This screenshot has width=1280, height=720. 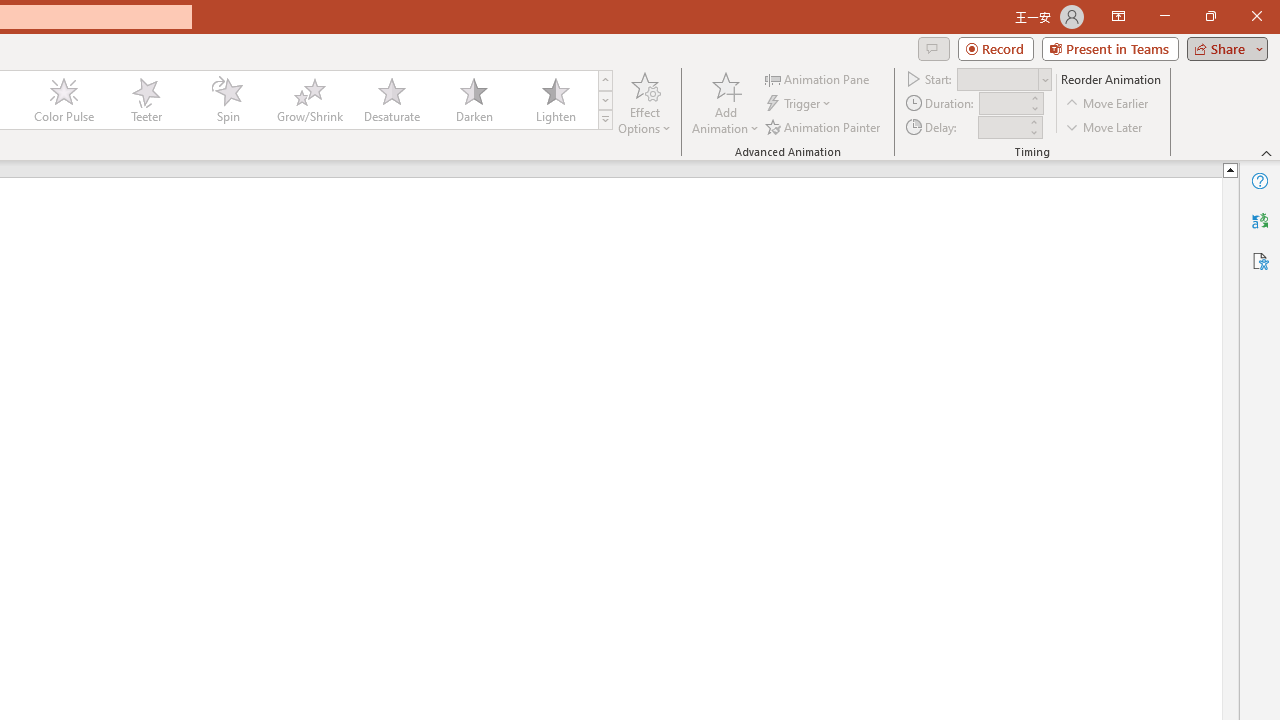 What do you see at coordinates (645, 103) in the screenshot?
I see `'Effect Options'` at bounding box center [645, 103].